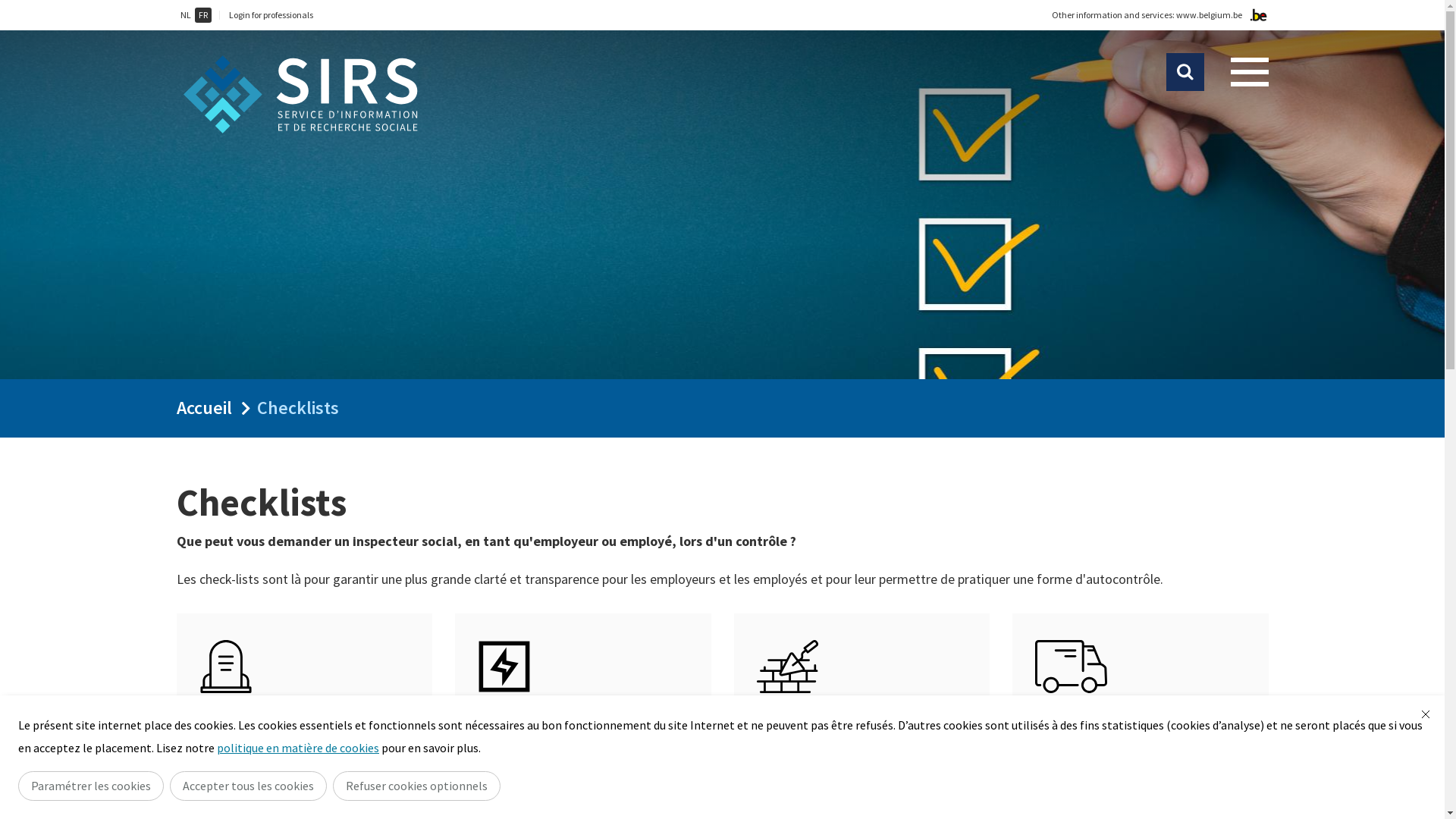 This screenshot has width=1456, height=819. What do you see at coordinates (202, 14) in the screenshot?
I see `'FR'` at bounding box center [202, 14].